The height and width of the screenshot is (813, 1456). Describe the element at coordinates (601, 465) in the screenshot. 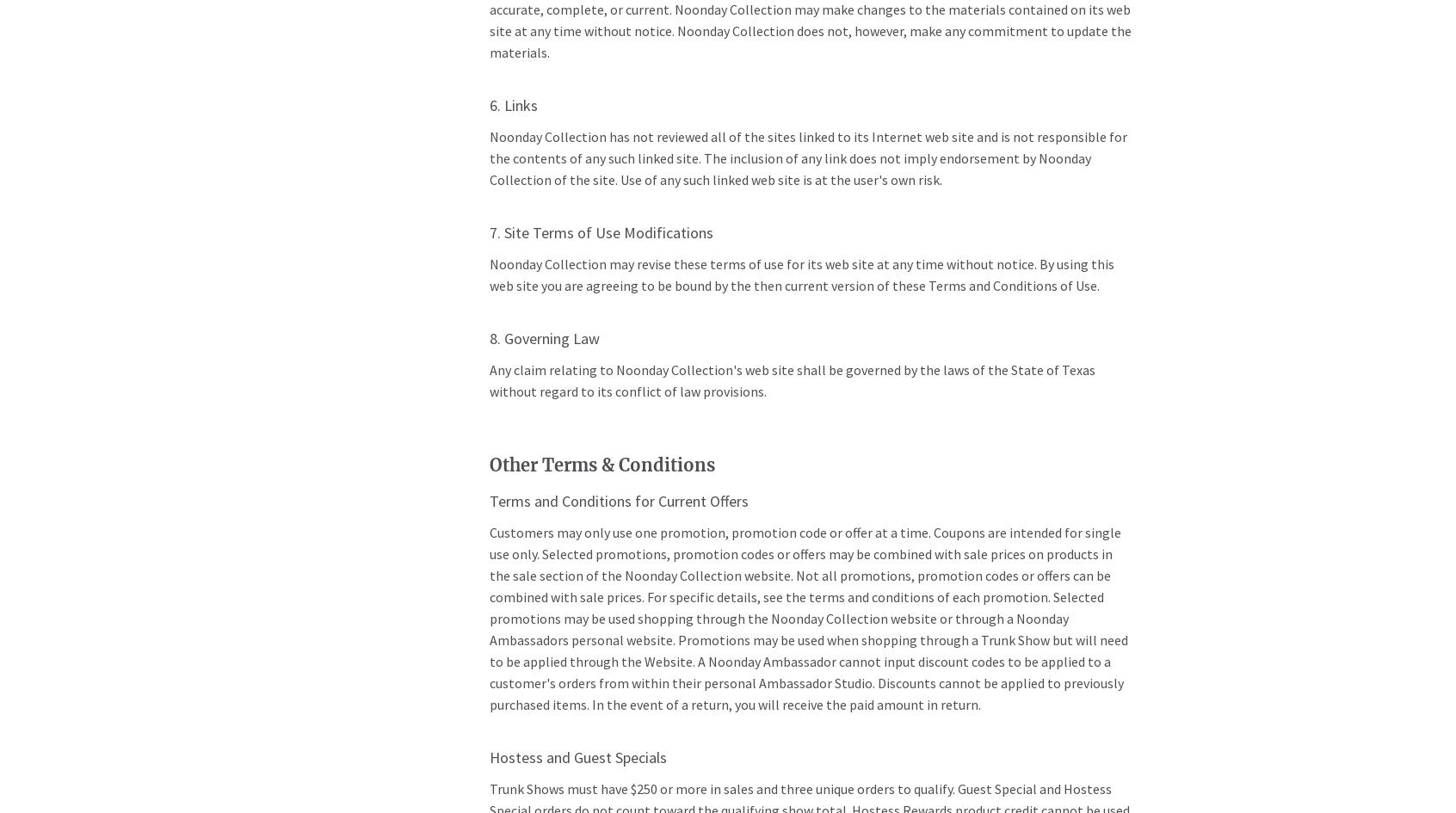

I see `'Other Terms & Conditions'` at that location.